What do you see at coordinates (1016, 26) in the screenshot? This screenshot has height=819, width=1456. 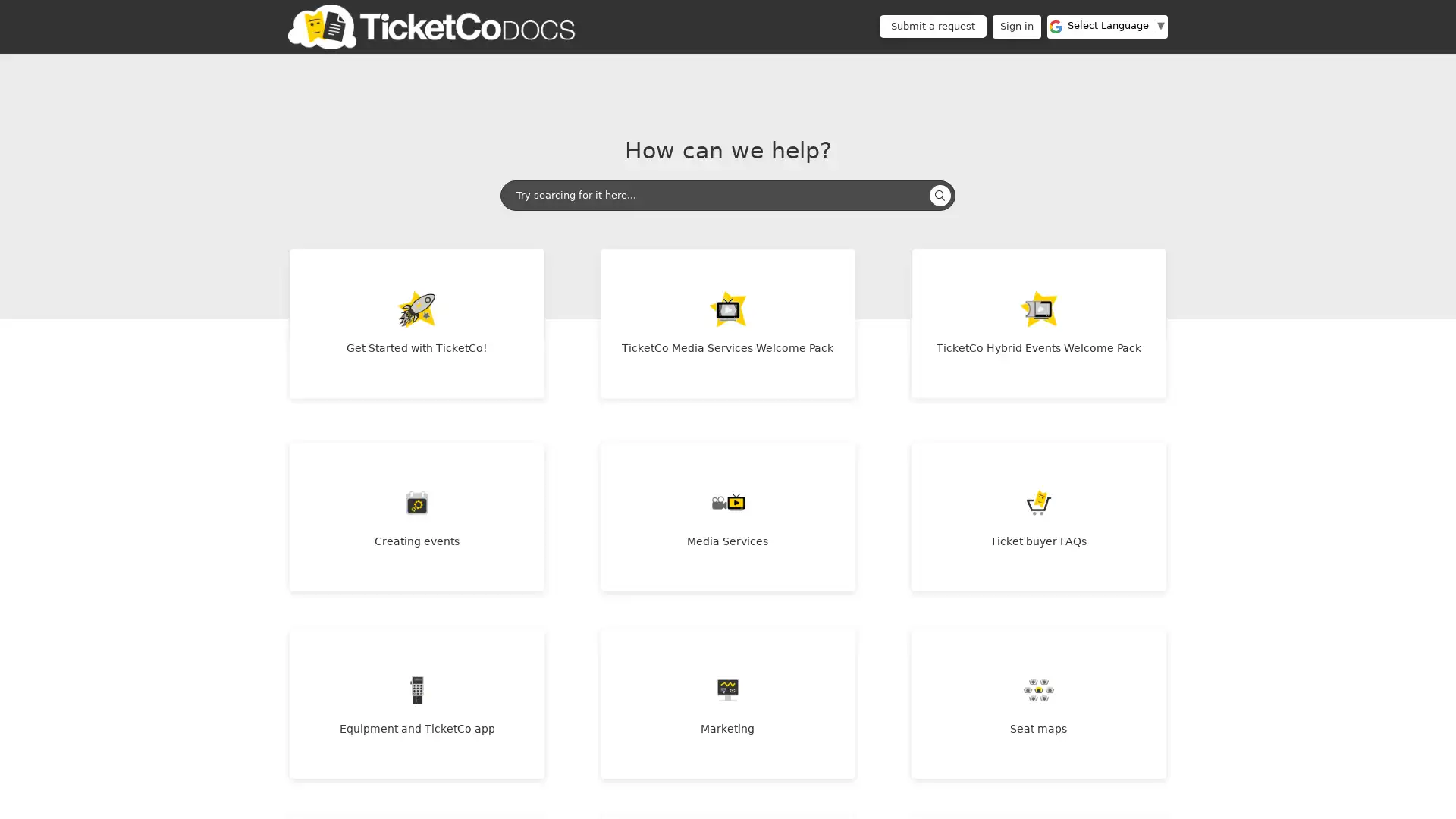 I see `Sign in` at bounding box center [1016, 26].